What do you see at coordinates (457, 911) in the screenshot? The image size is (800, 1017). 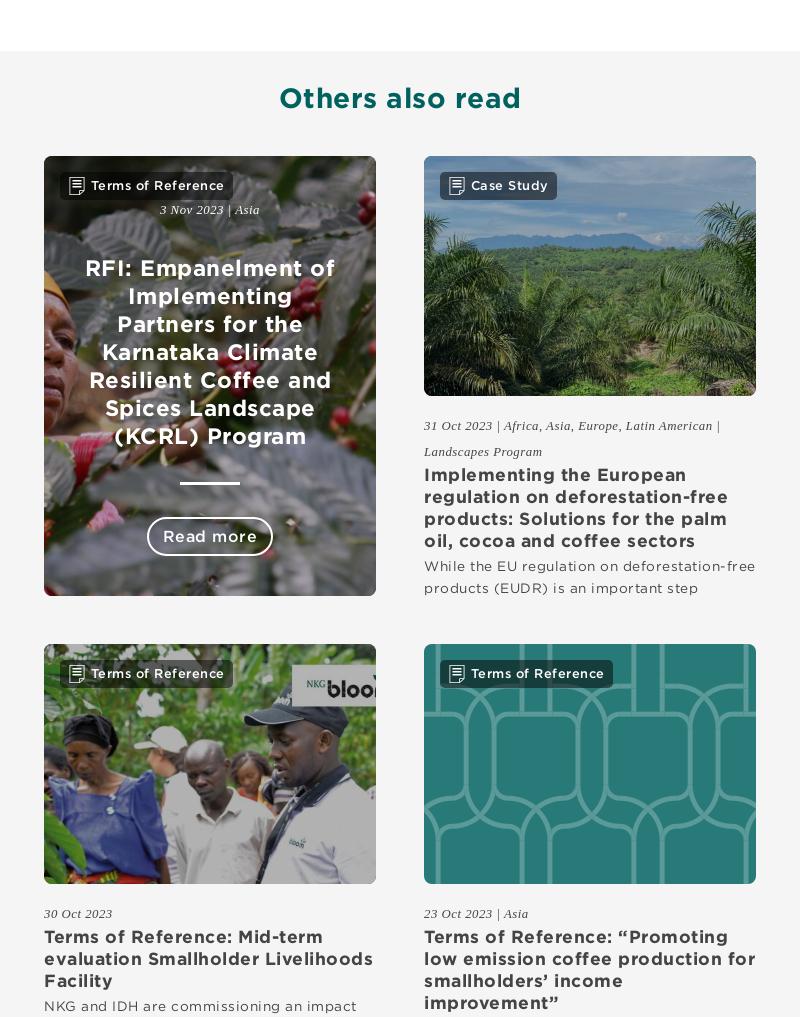 I see `'23 Oct 2023'` at bounding box center [457, 911].